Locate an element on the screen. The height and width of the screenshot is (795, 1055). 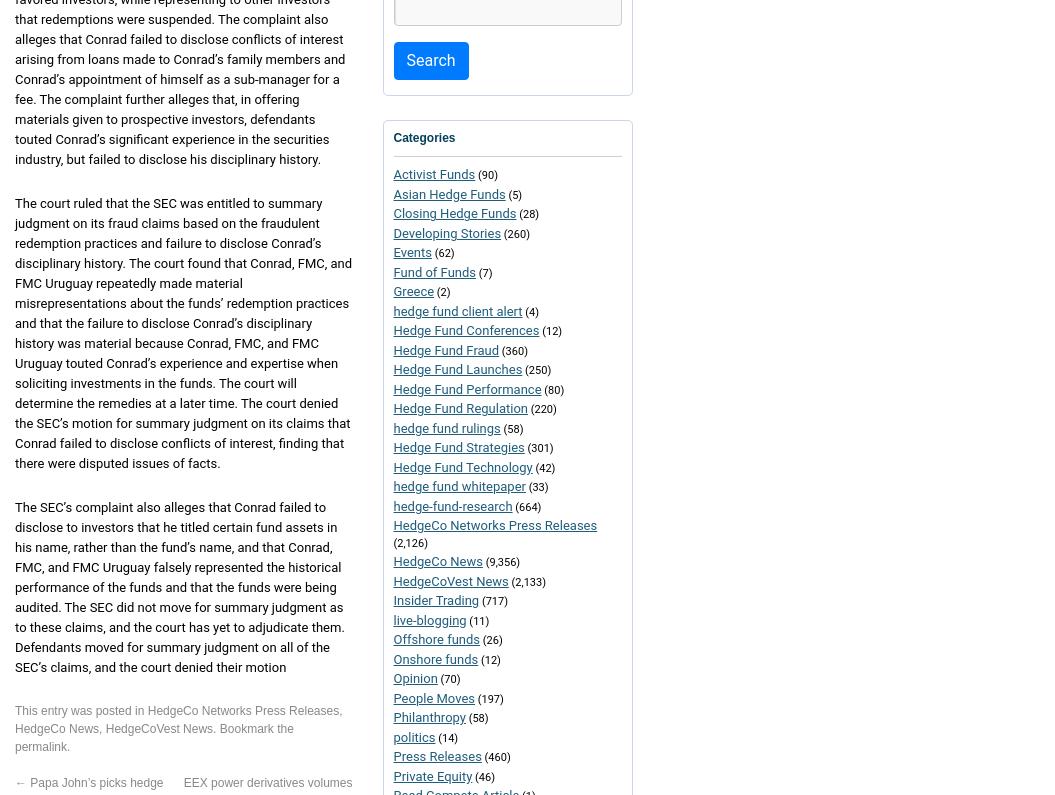
'(80)' is located at coordinates (551, 388).